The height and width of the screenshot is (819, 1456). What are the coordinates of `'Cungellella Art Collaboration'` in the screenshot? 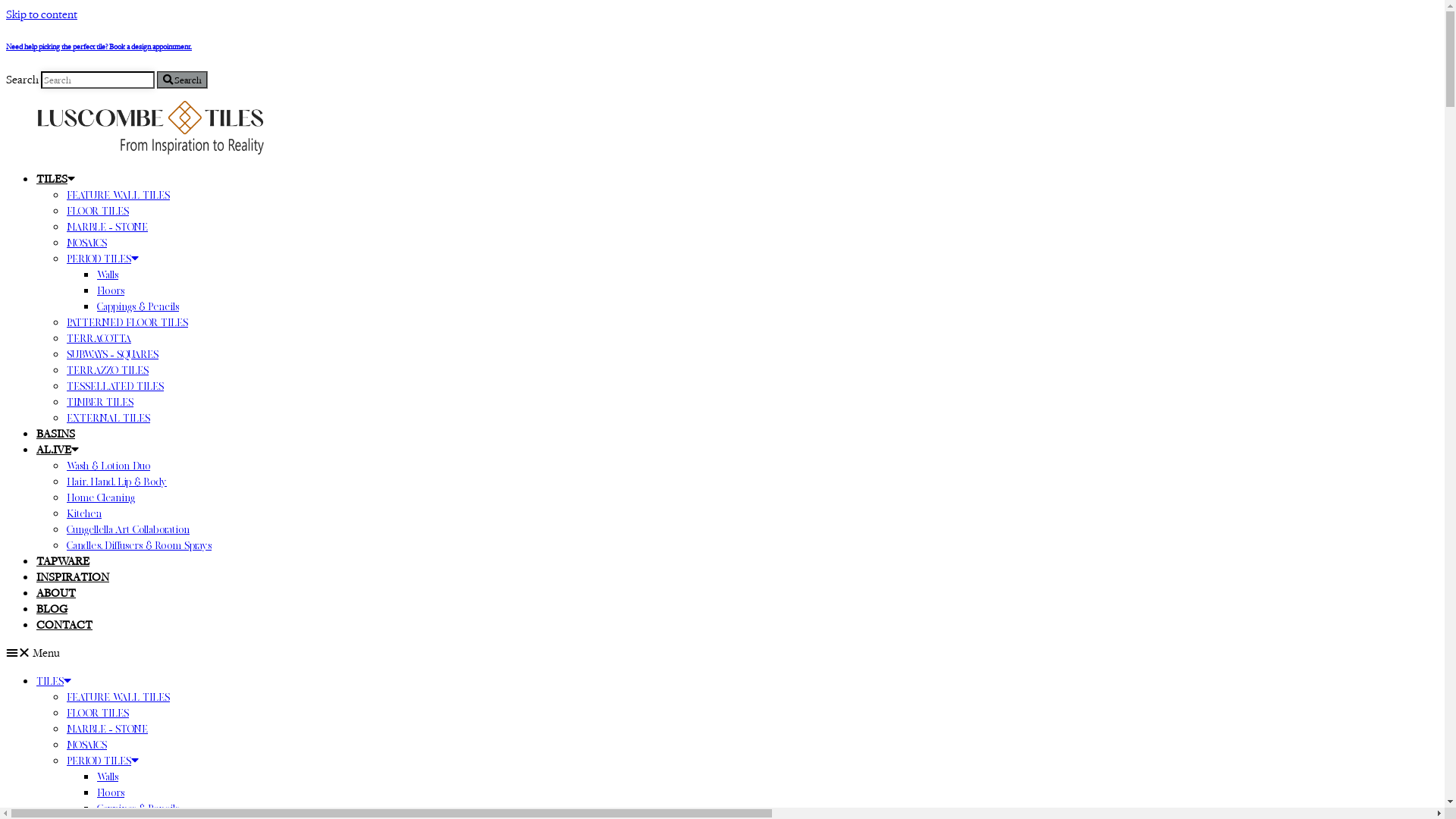 It's located at (127, 529).